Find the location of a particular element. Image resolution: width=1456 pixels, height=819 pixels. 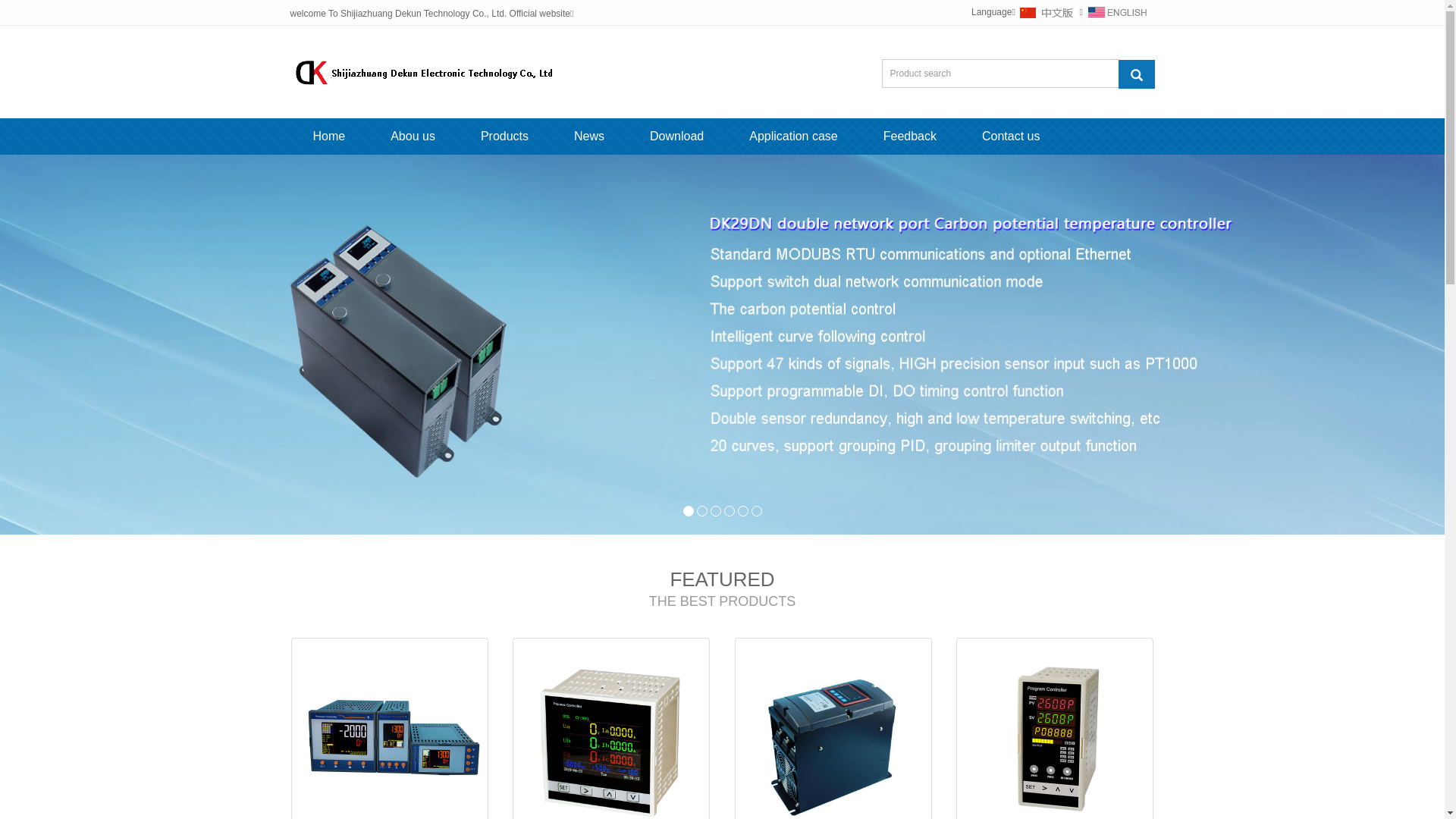

'Product search' is located at coordinates (1117, 73).